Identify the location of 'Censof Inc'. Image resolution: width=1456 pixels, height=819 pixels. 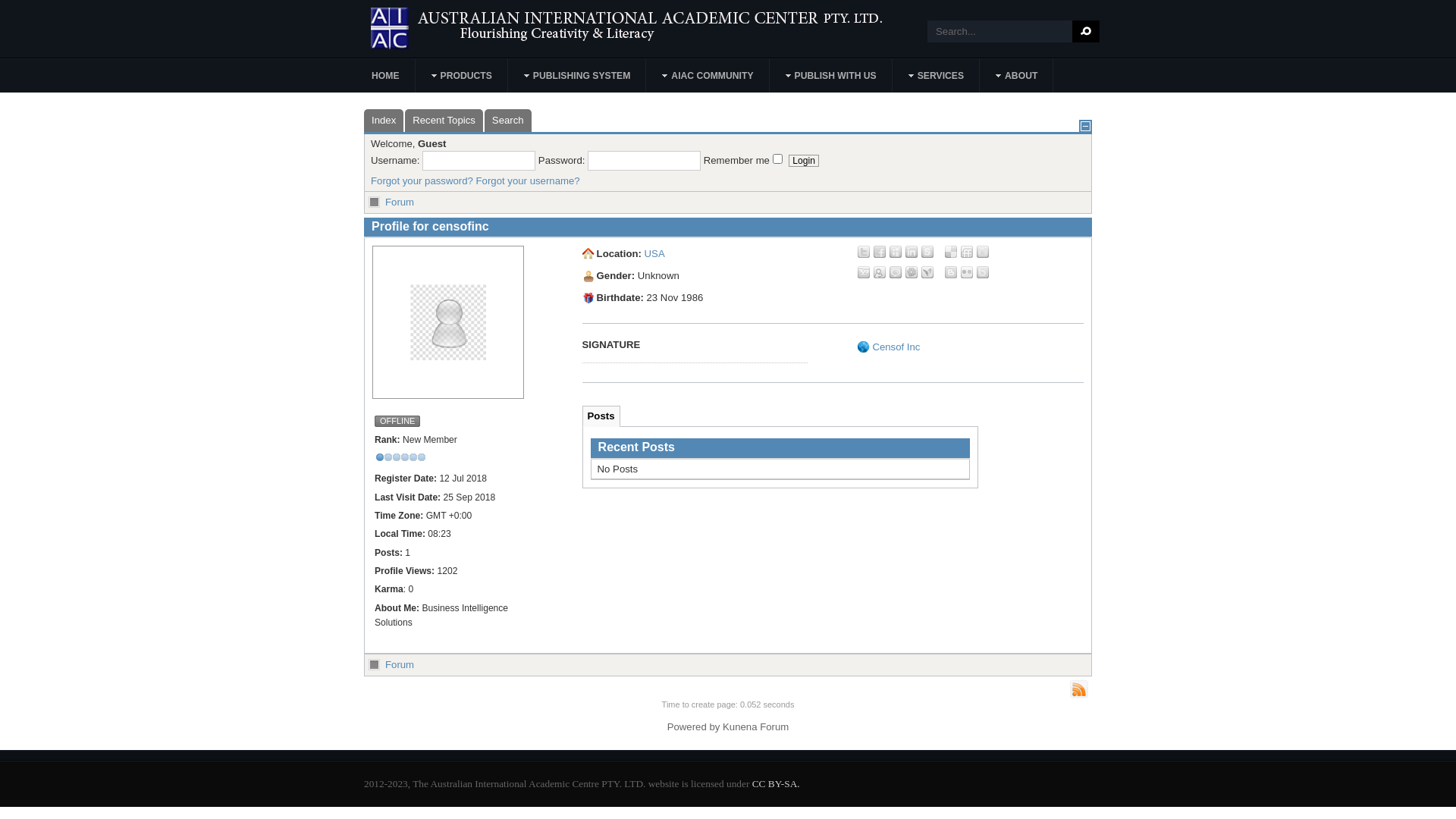
(896, 347).